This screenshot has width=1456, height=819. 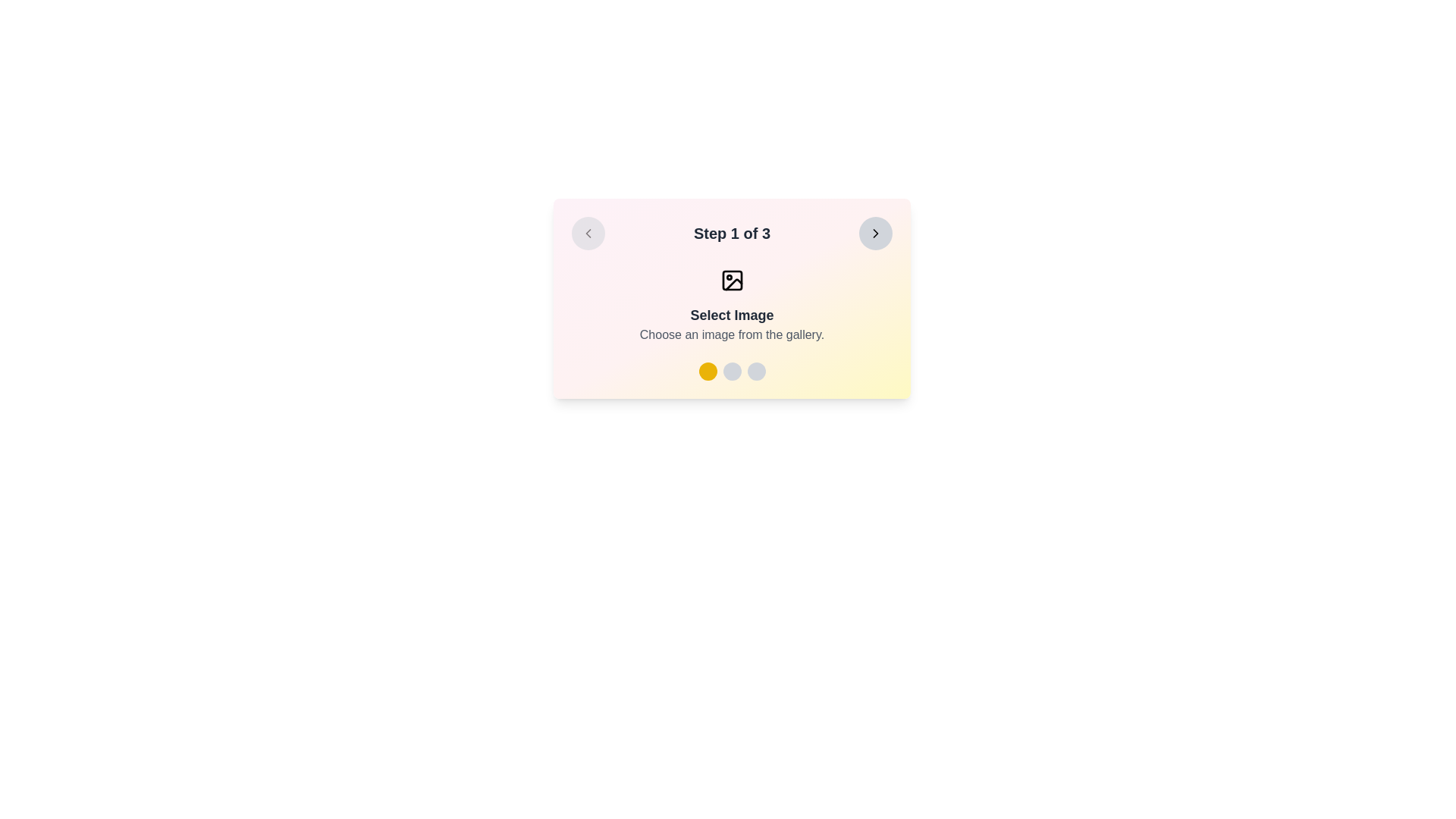 What do you see at coordinates (732, 371) in the screenshot?
I see `the step progress bar's circular indicators, which consist of one yellow circle and two gray circles` at bounding box center [732, 371].